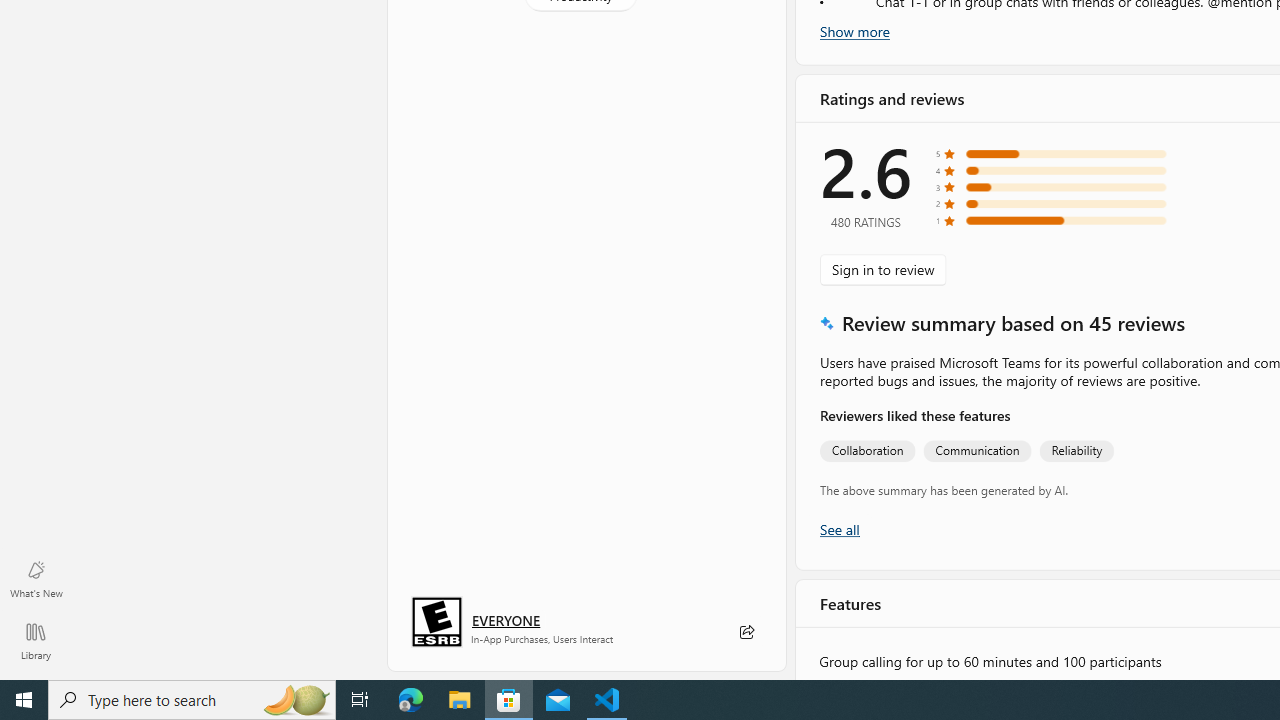 The width and height of the screenshot is (1280, 720). Describe the element at coordinates (855, 31) in the screenshot. I see `'Show more'` at that location.